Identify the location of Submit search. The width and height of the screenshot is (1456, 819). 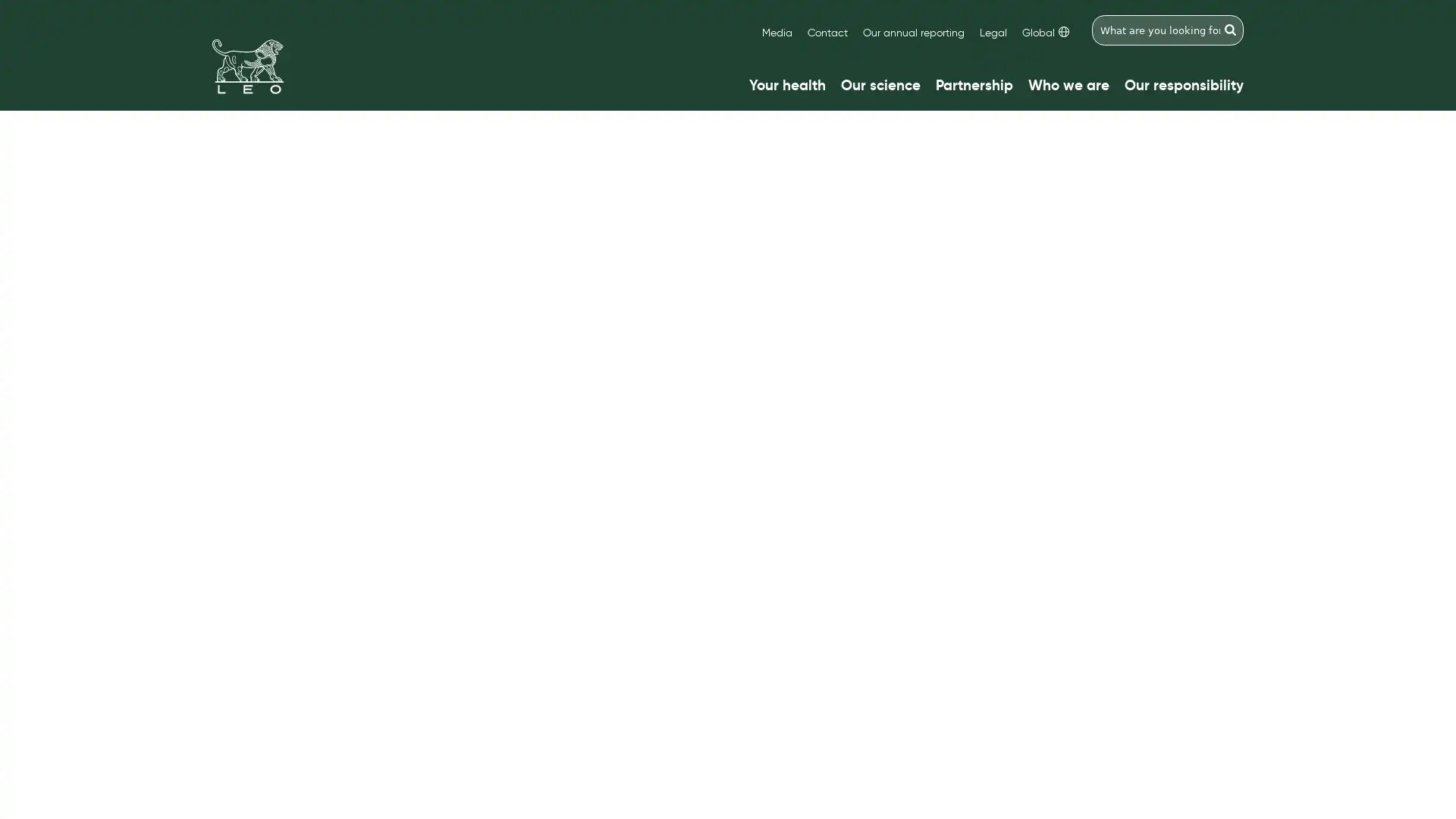
(1230, 30).